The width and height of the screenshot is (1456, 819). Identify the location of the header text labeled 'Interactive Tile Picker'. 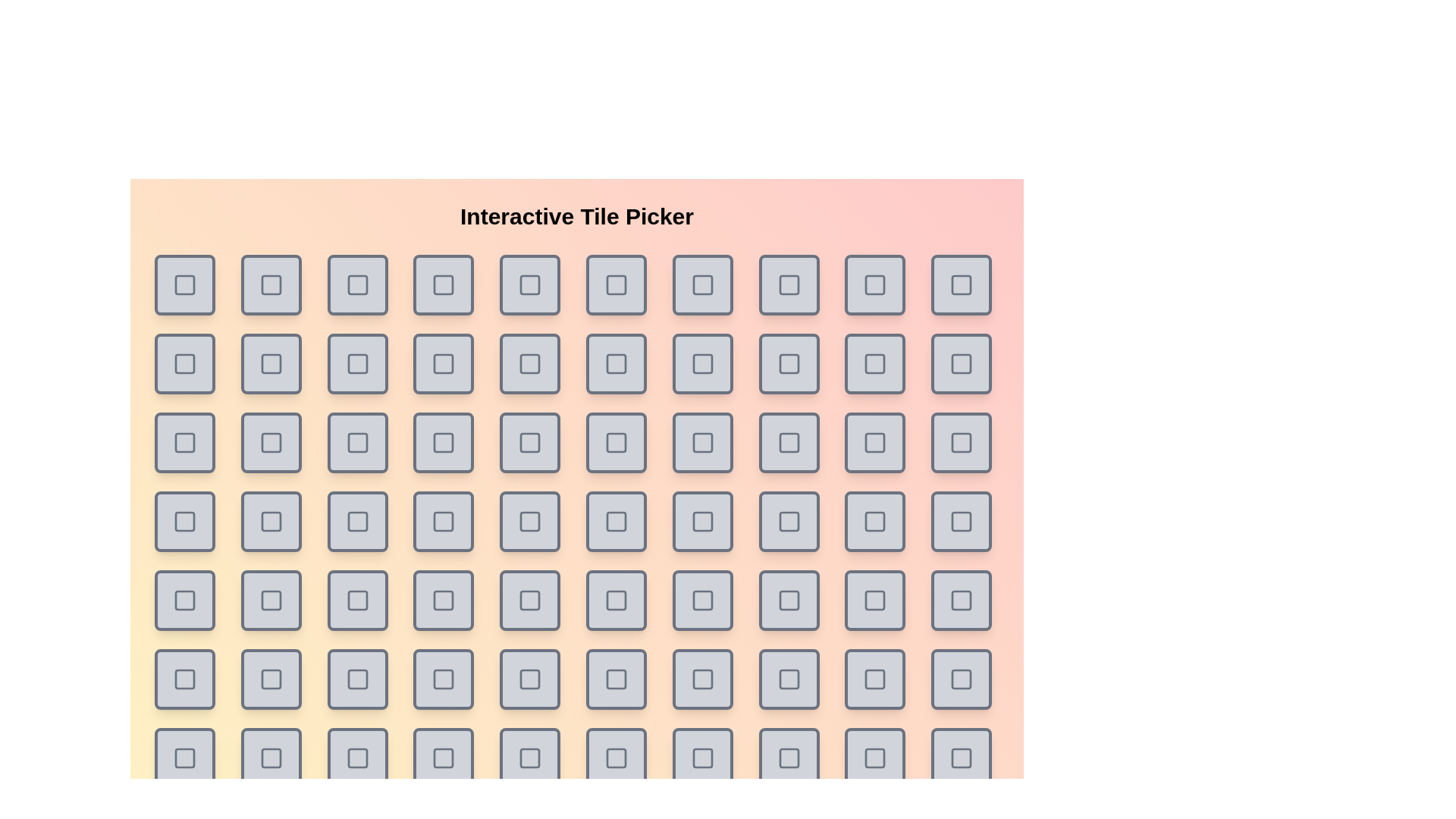
(576, 216).